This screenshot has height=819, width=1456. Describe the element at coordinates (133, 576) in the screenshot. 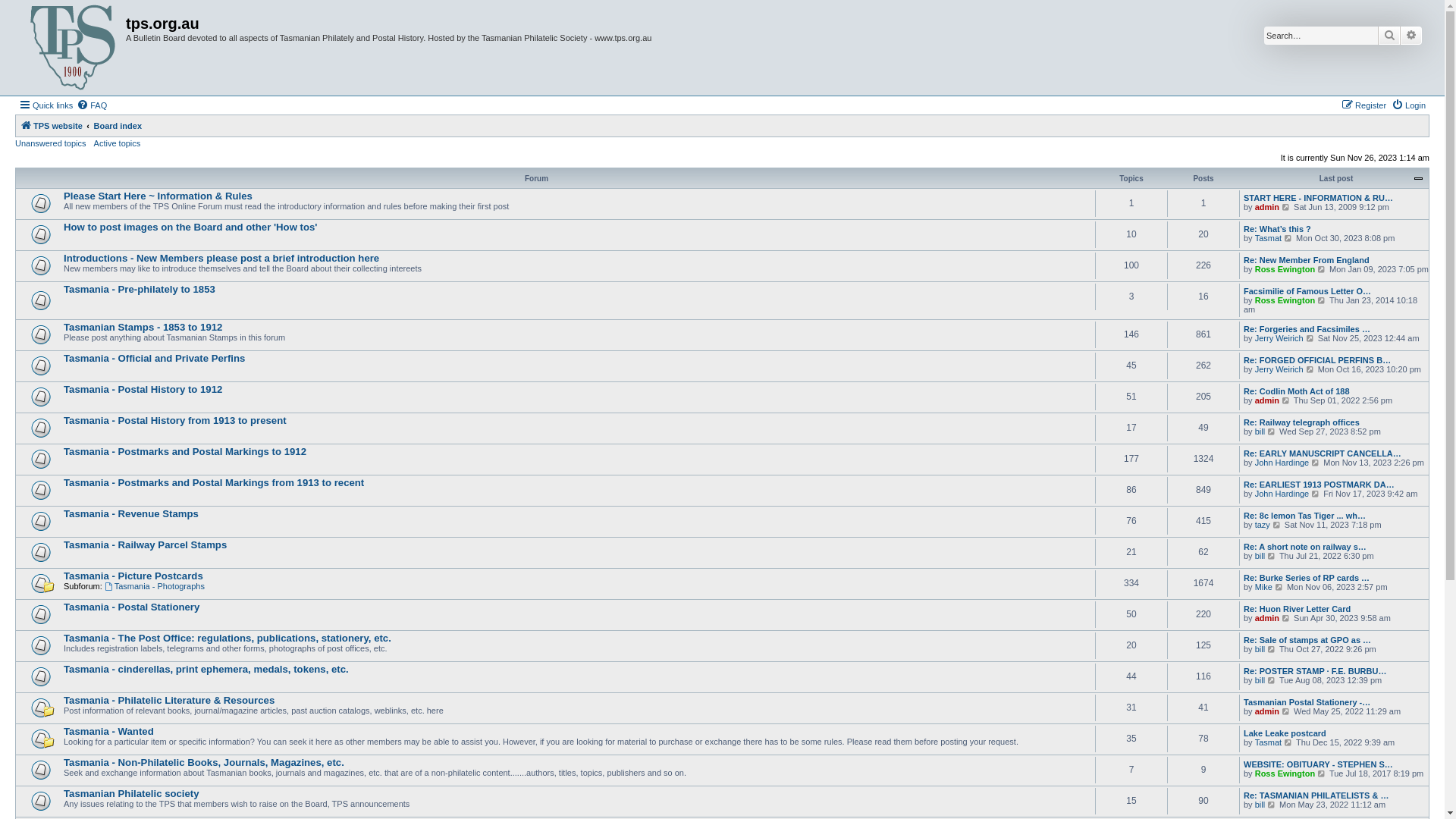

I see `'Tasmania - Picture Postcards'` at that location.